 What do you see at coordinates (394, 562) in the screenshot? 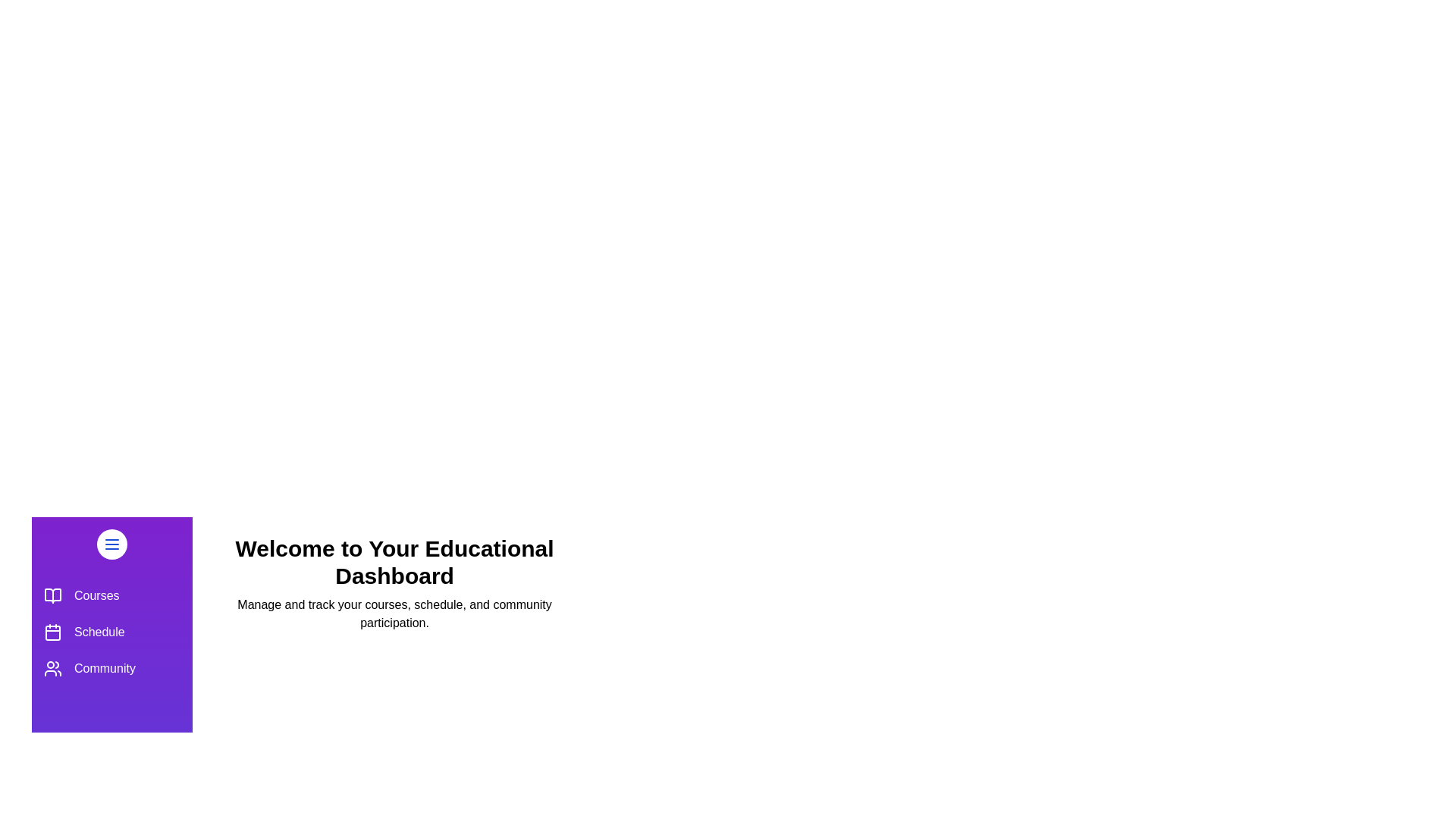
I see `the 'Welcome to Your Educational Dashboard' title to inspect it` at bounding box center [394, 562].